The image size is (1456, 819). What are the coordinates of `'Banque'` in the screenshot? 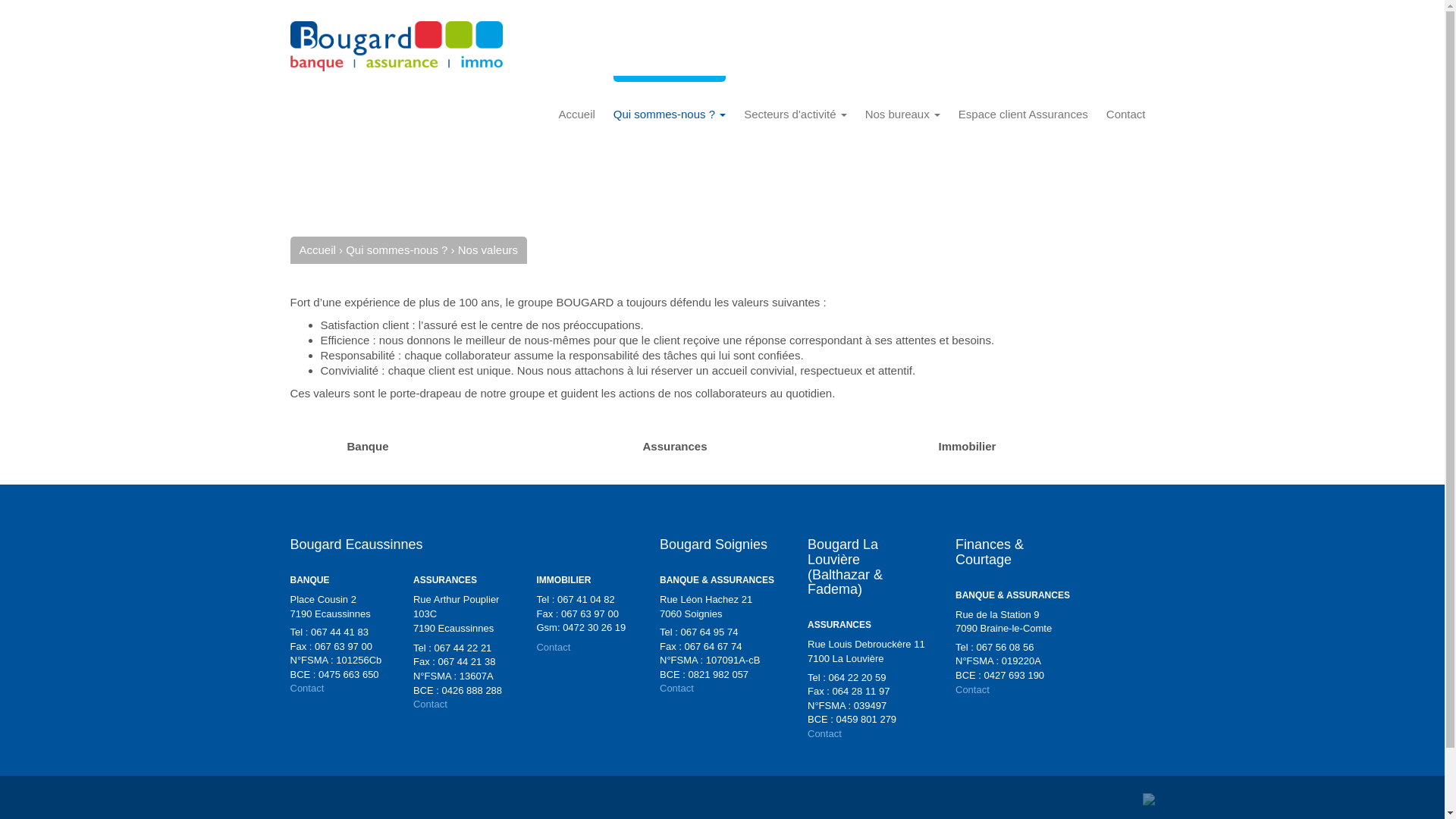 It's located at (302, 447).